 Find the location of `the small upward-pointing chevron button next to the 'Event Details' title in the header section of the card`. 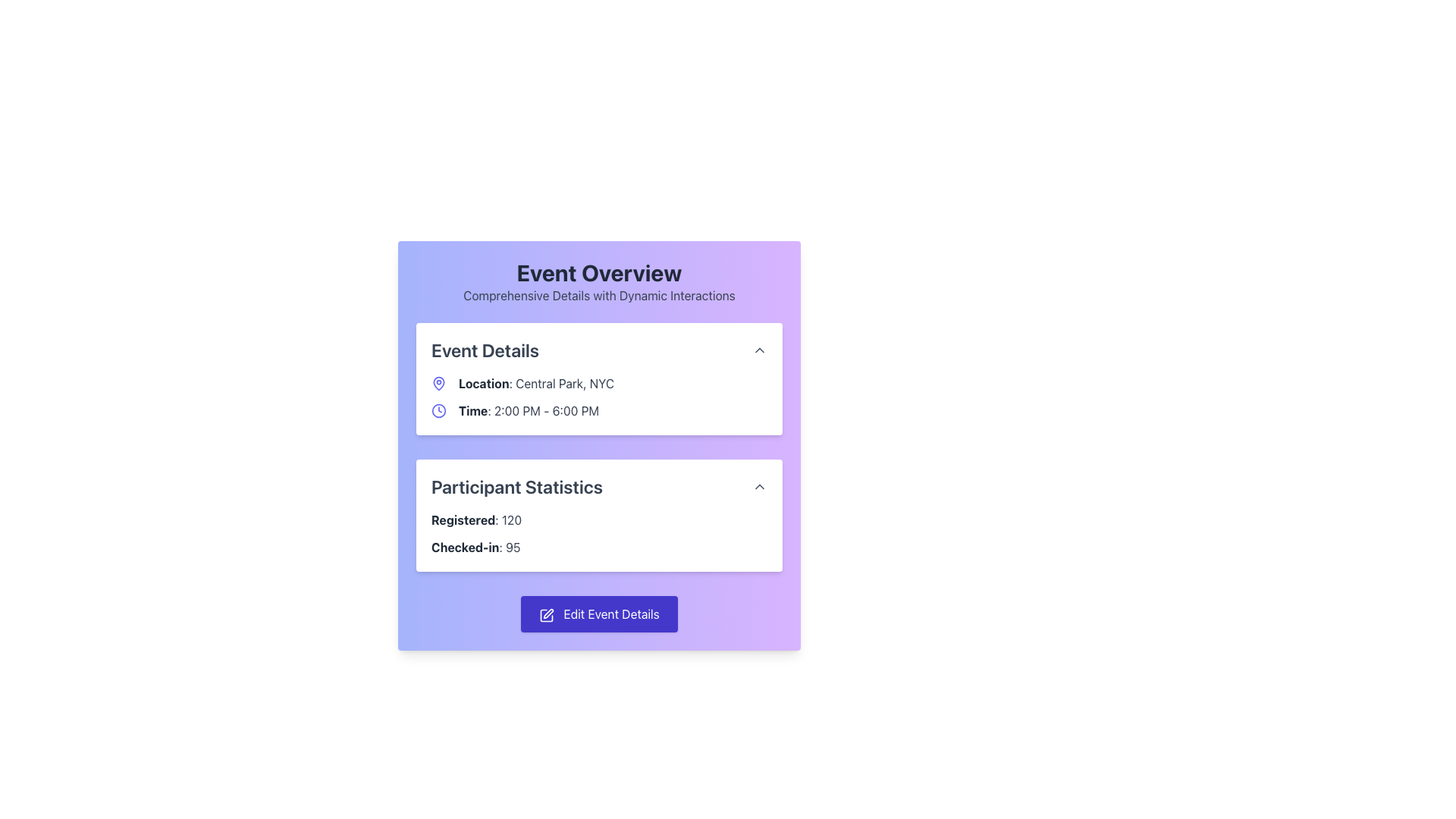

the small upward-pointing chevron button next to the 'Event Details' title in the header section of the card is located at coordinates (760, 350).